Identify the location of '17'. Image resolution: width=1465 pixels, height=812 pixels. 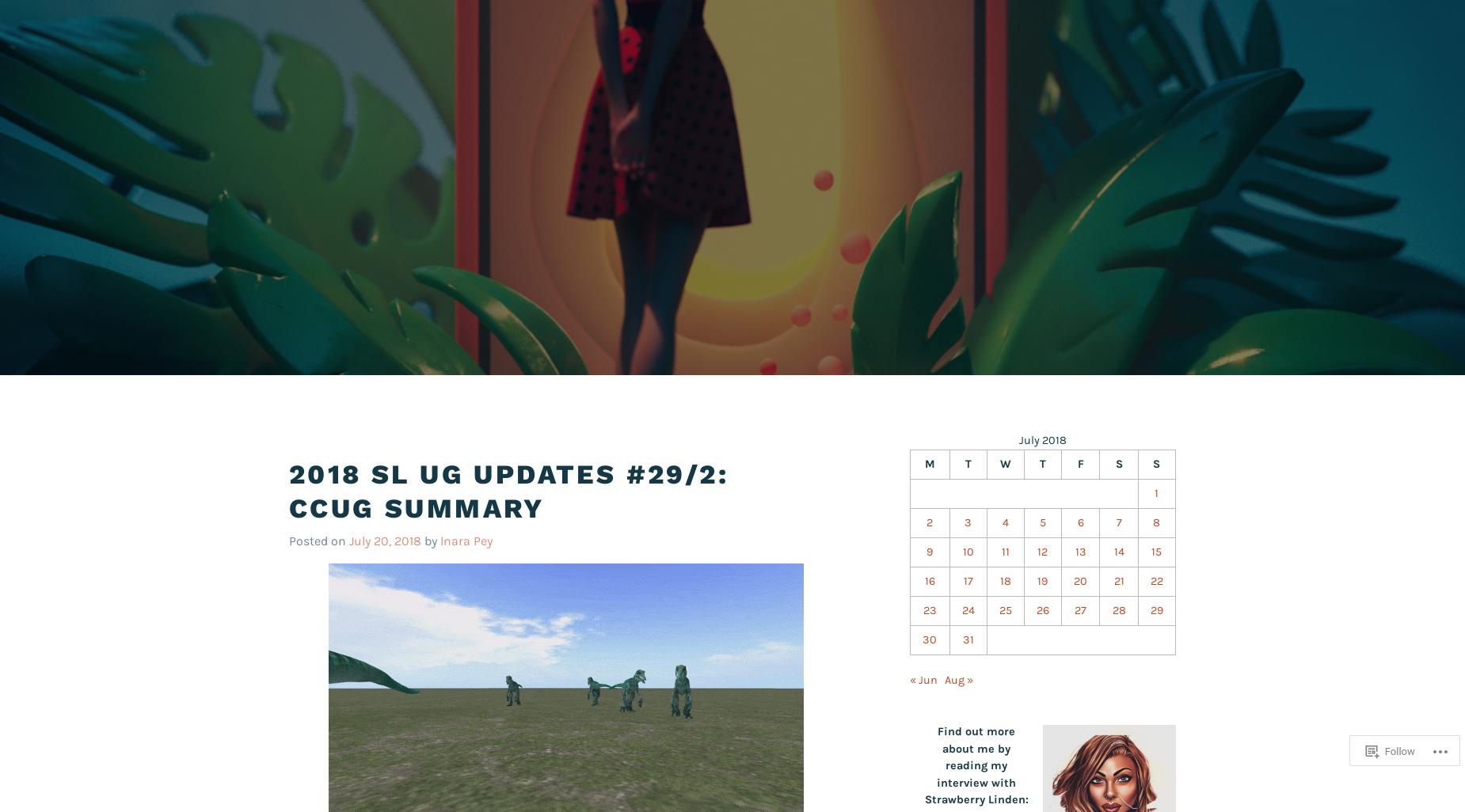
(966, 580).